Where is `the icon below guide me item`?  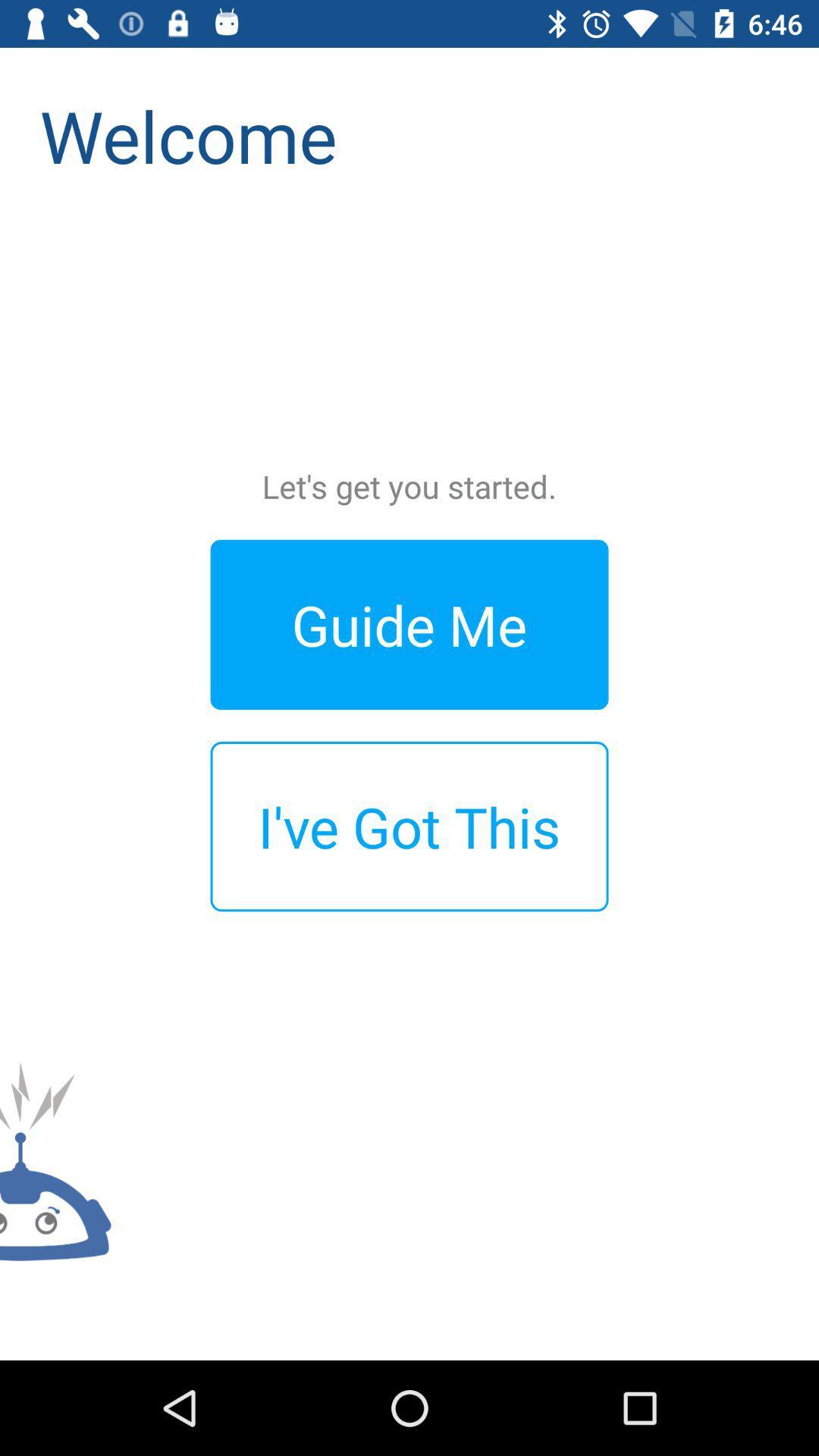 the icon below guide me item is located at coordinates (409, 826).